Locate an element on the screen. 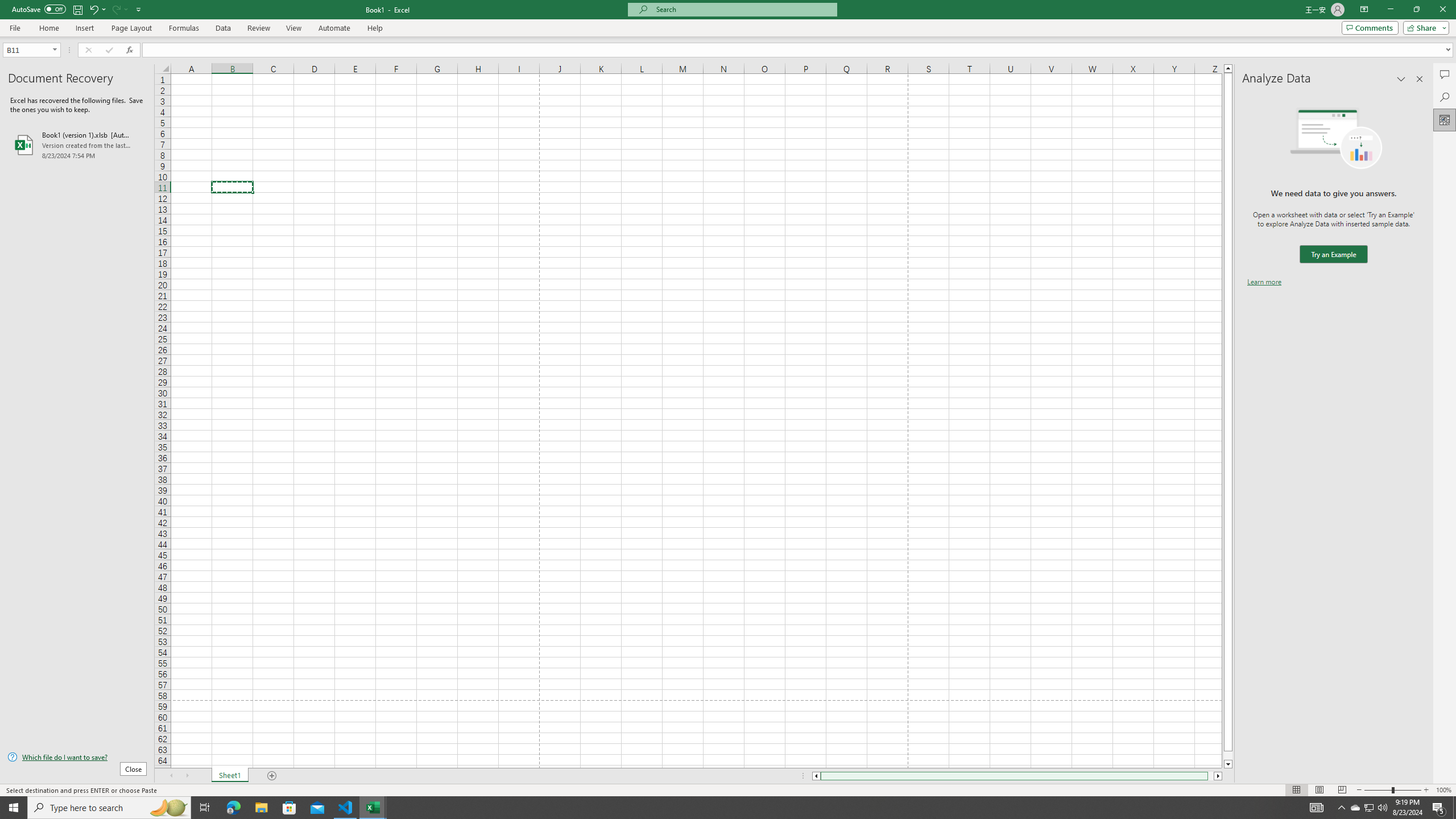 The width and height of the screenshot is (1456, 819). 'Restore Down' is located at coordinates (1416, 9).